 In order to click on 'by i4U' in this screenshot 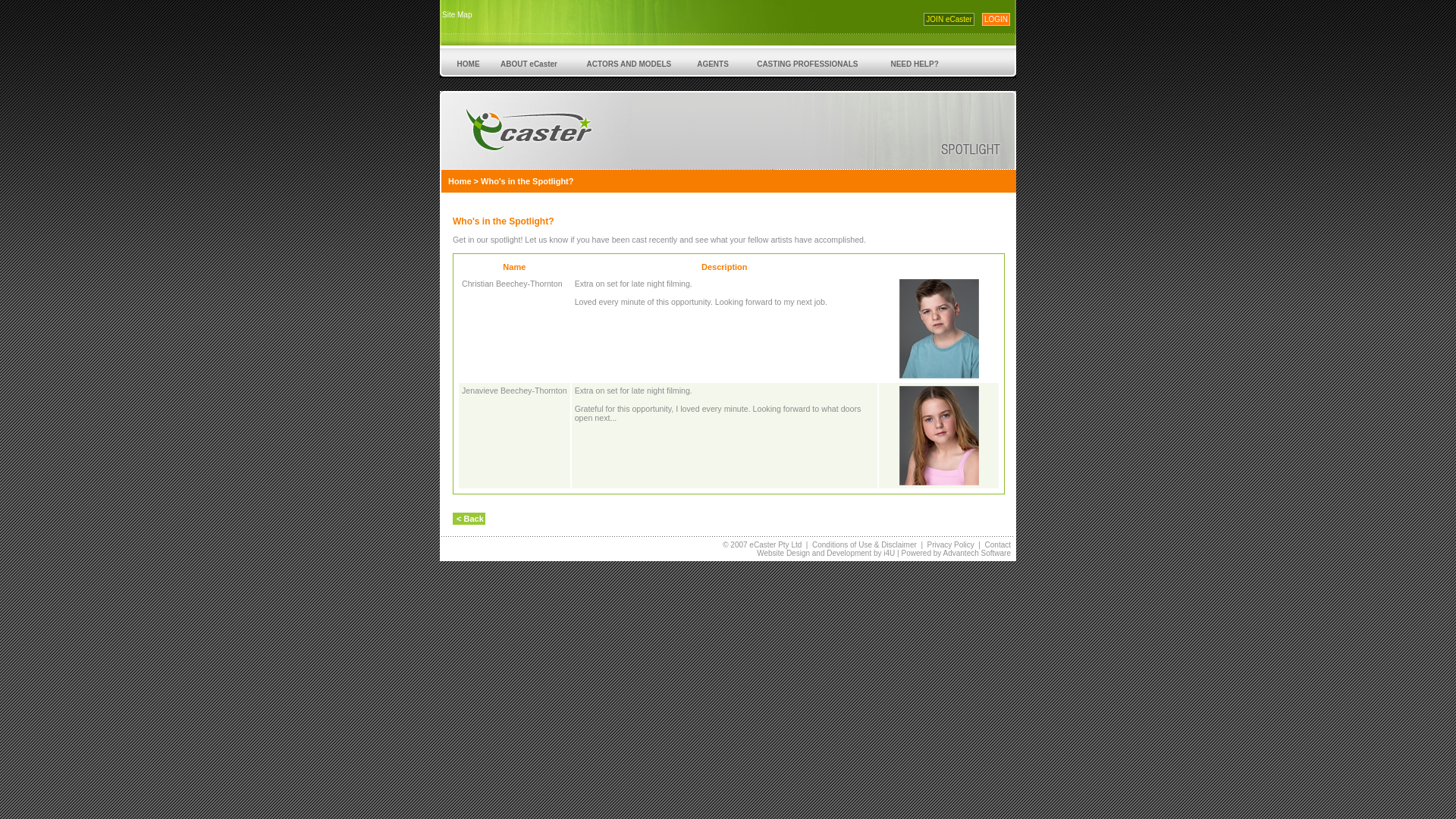, I will do `click(883, 553)`.